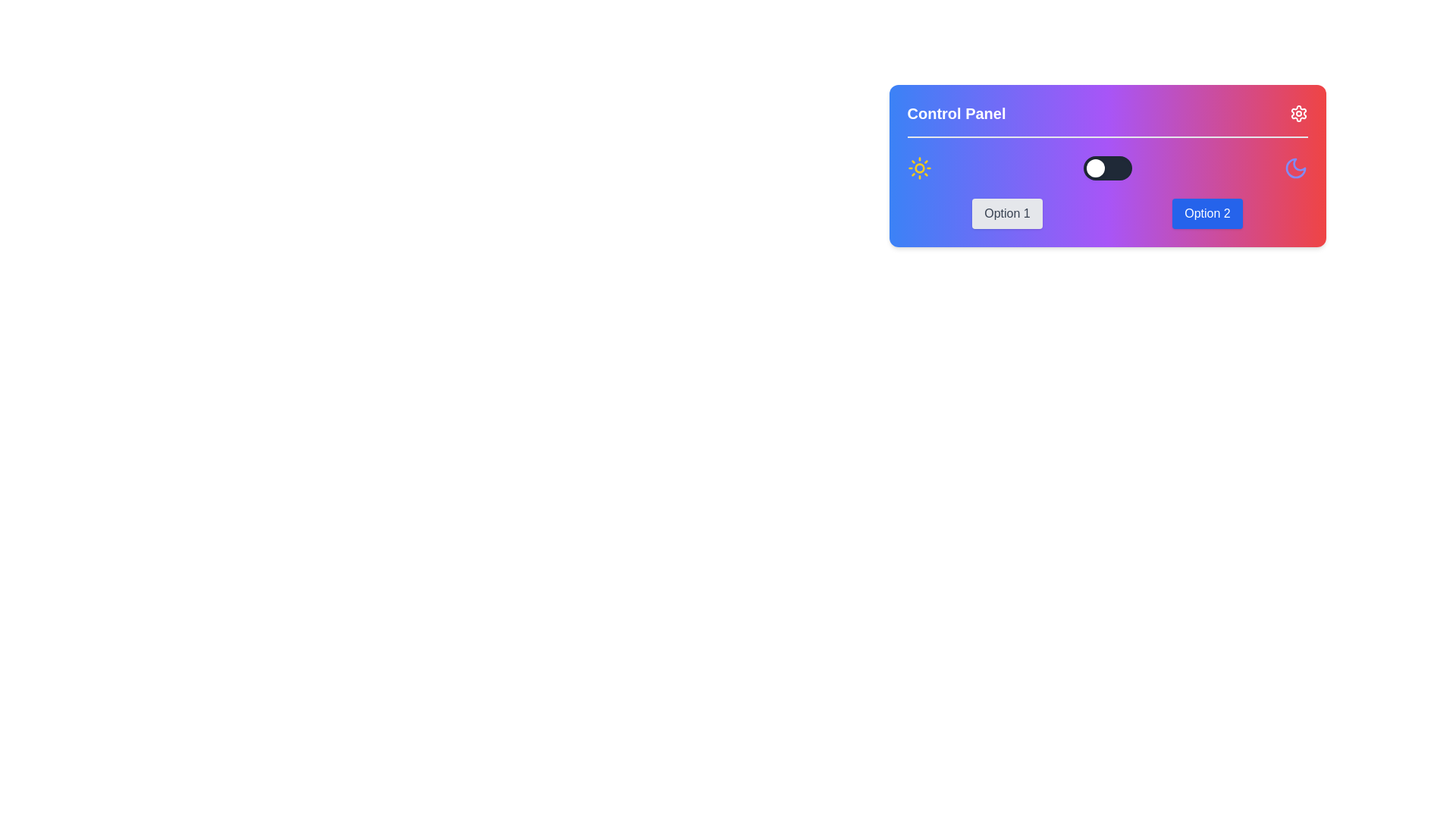 Image resolution: width=1456 pixels, height=819 pixels. What do you see at coordinates (1298, 113) in the screenshot?
I see `the gear-shaped 'Settings' icon located at the top-right corner of the 'Control Panel'` at bounding box center [1298, 113].